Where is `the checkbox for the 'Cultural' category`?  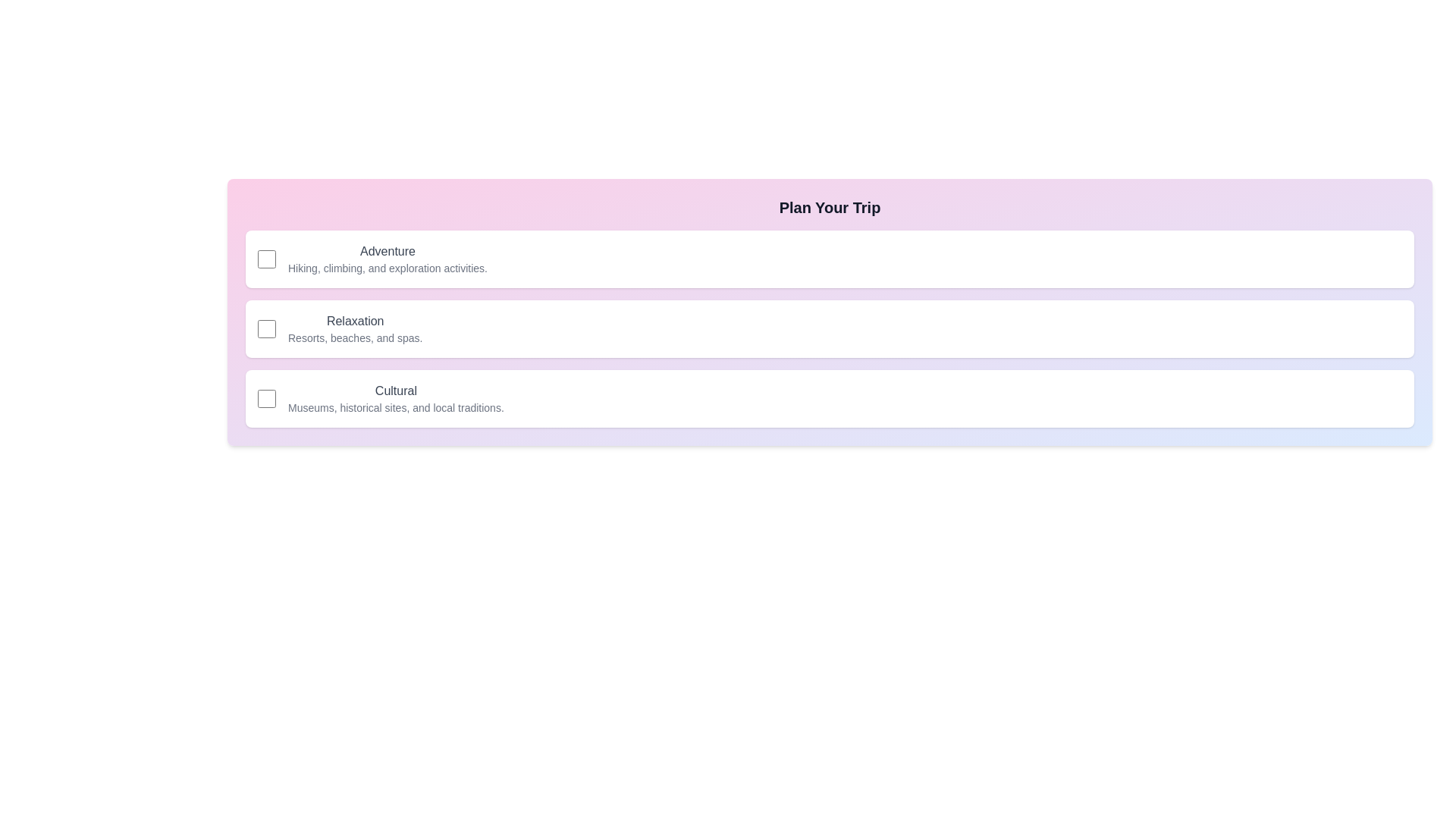
the checkbox for the 'Cultural' category is located at coordinates (266, 397).